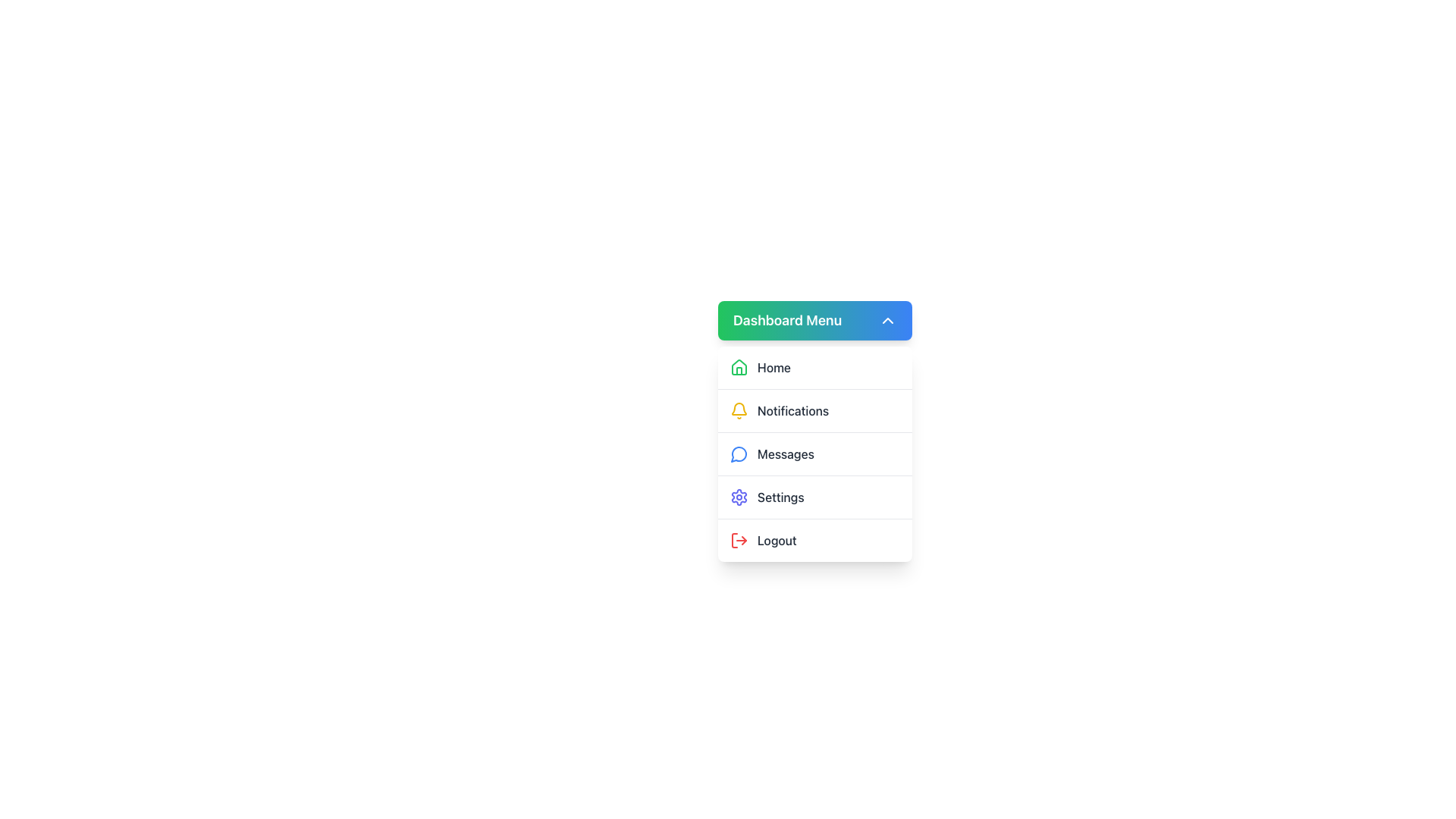 The height and width of the screenshot is (819, 1456). What do you see at coordinates (774, 368) in the screenshot?
I see `the label for the homepage in the 'Dashboard Menu'` at bounding box center [774, 368].